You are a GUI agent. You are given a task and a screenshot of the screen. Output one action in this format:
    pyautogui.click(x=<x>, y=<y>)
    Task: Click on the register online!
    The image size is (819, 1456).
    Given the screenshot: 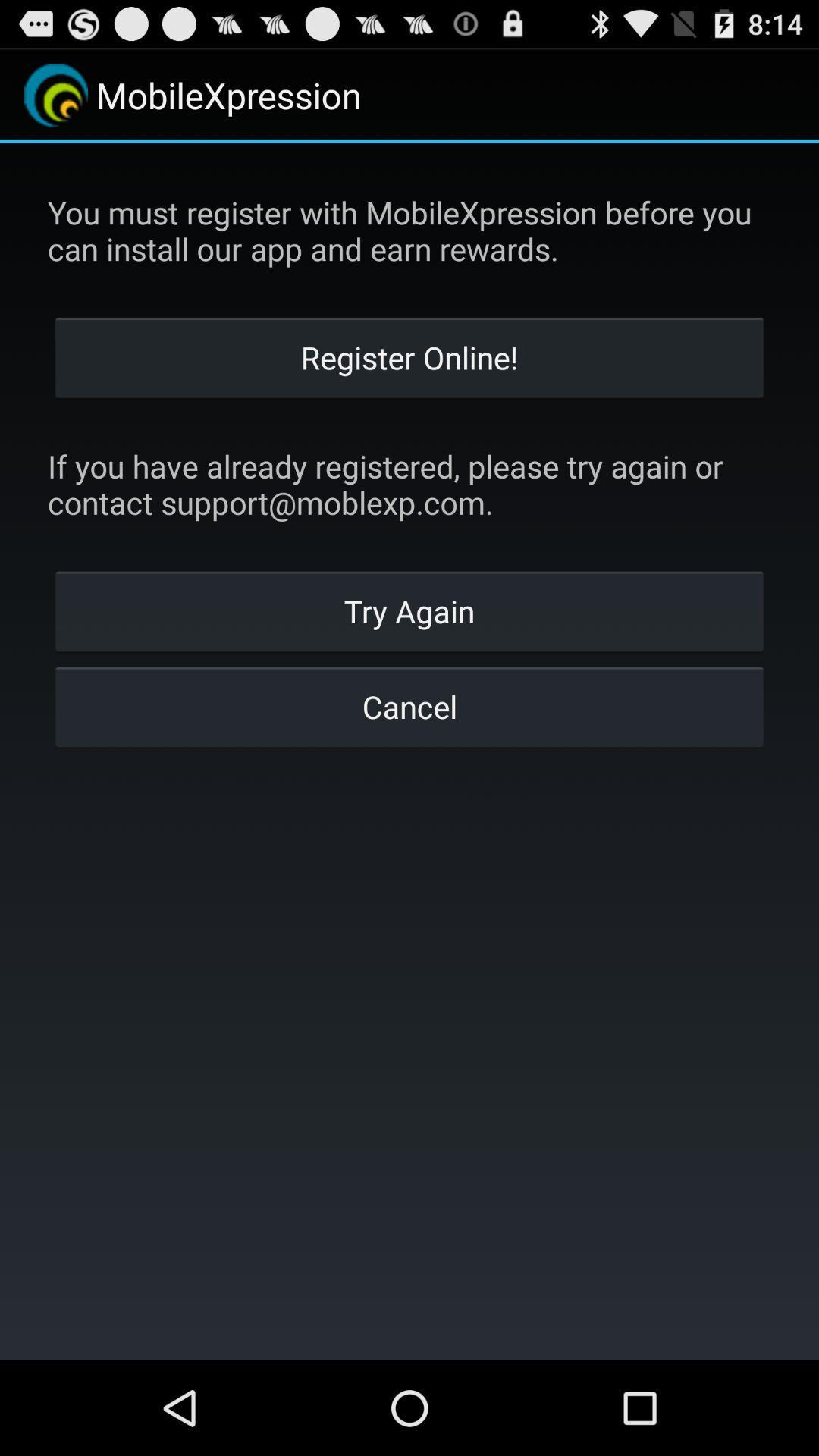 What is the action you would take?
    pyautogui.click(x=409, y=356)
    